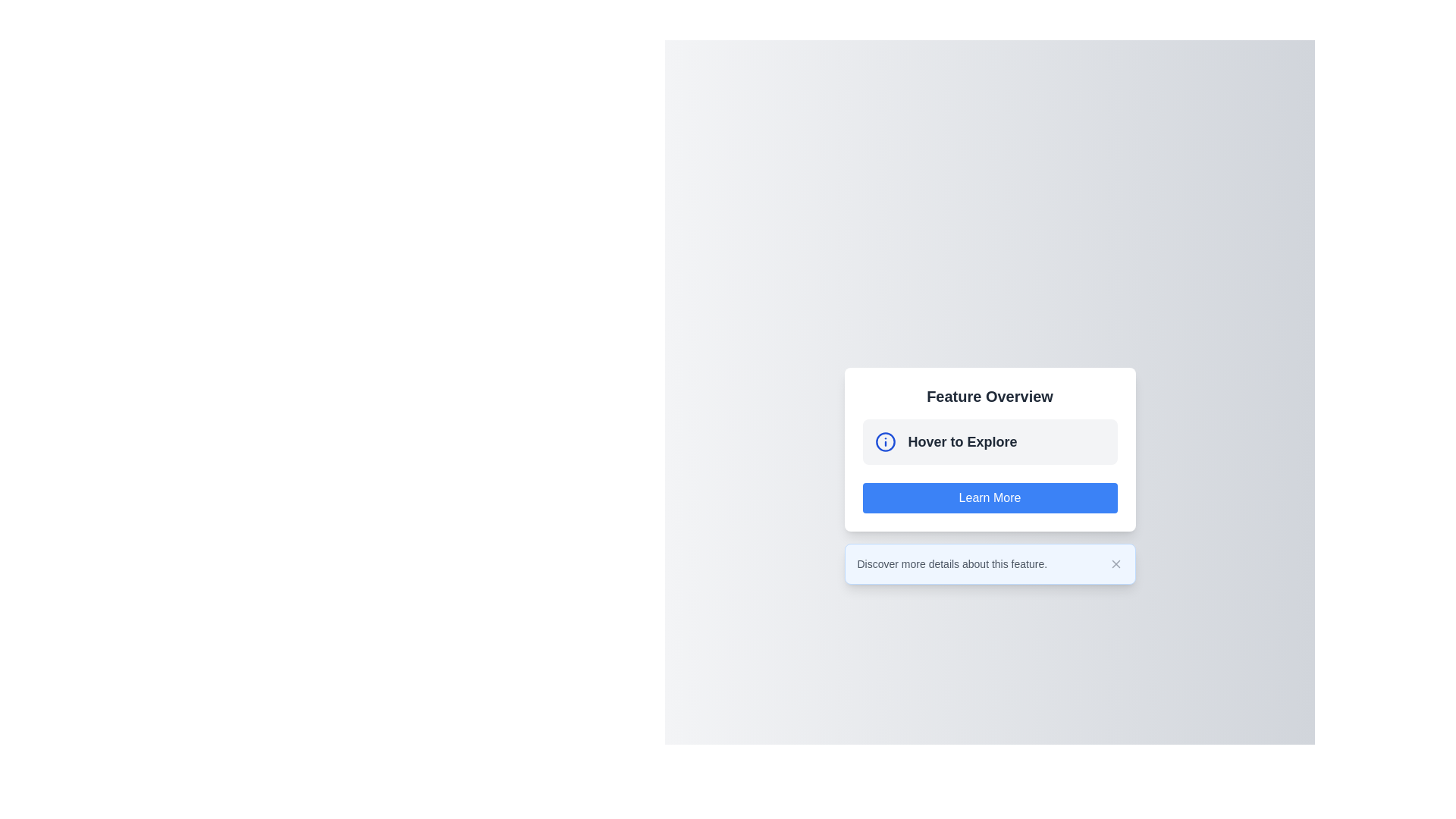 The width and height of the screenshot is (1456, 819). Describe the element at coordinates (885, 441) in the screenshot. I see `the circular icon with a blue border and 'i' symbol located to the left of the text 'Hover` at that location.